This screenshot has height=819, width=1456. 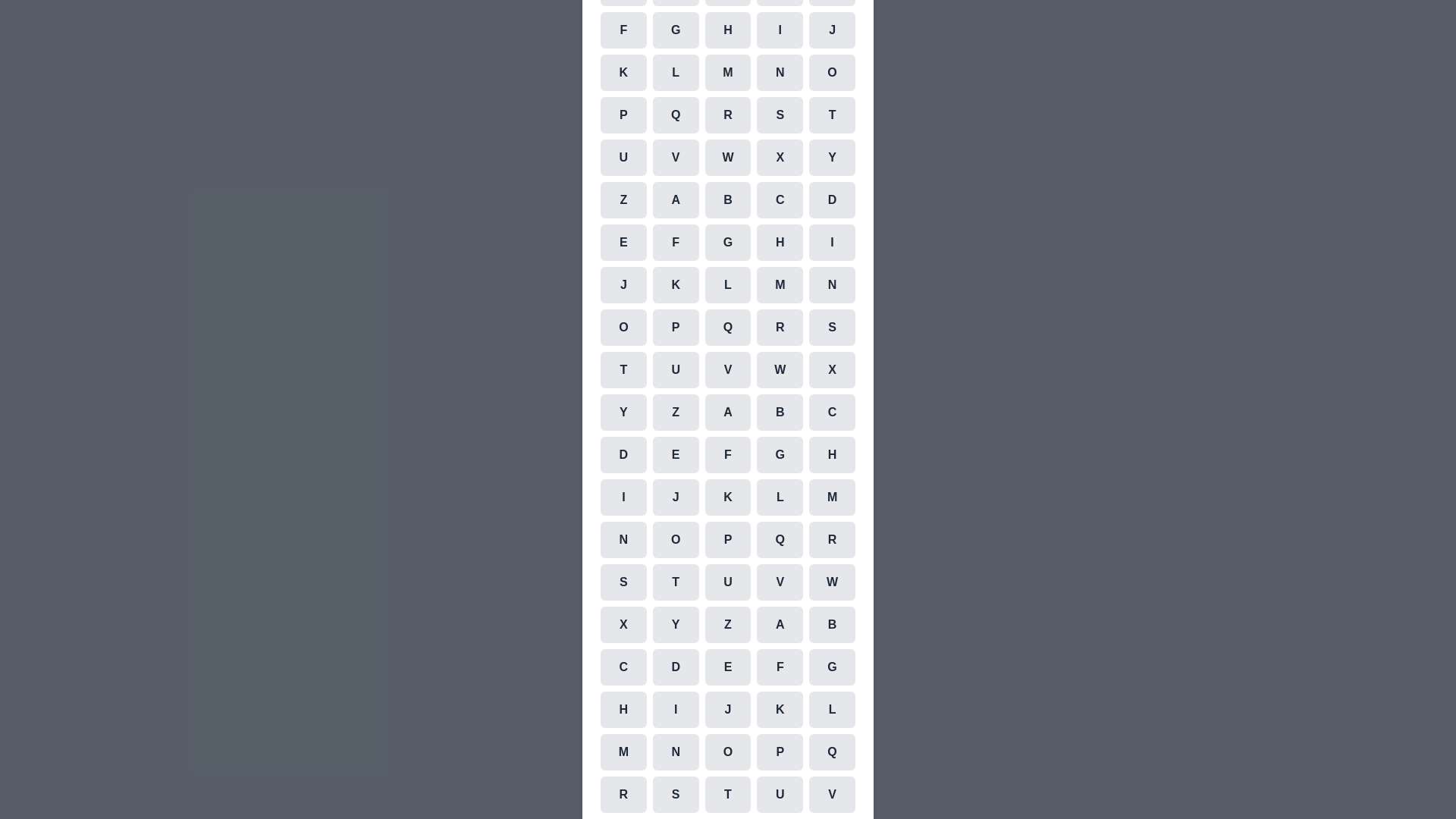 What do you see at coordinates (832, 30) in the screenshot?
I see `the cell representing the character J` at bounding box center [832, 30].